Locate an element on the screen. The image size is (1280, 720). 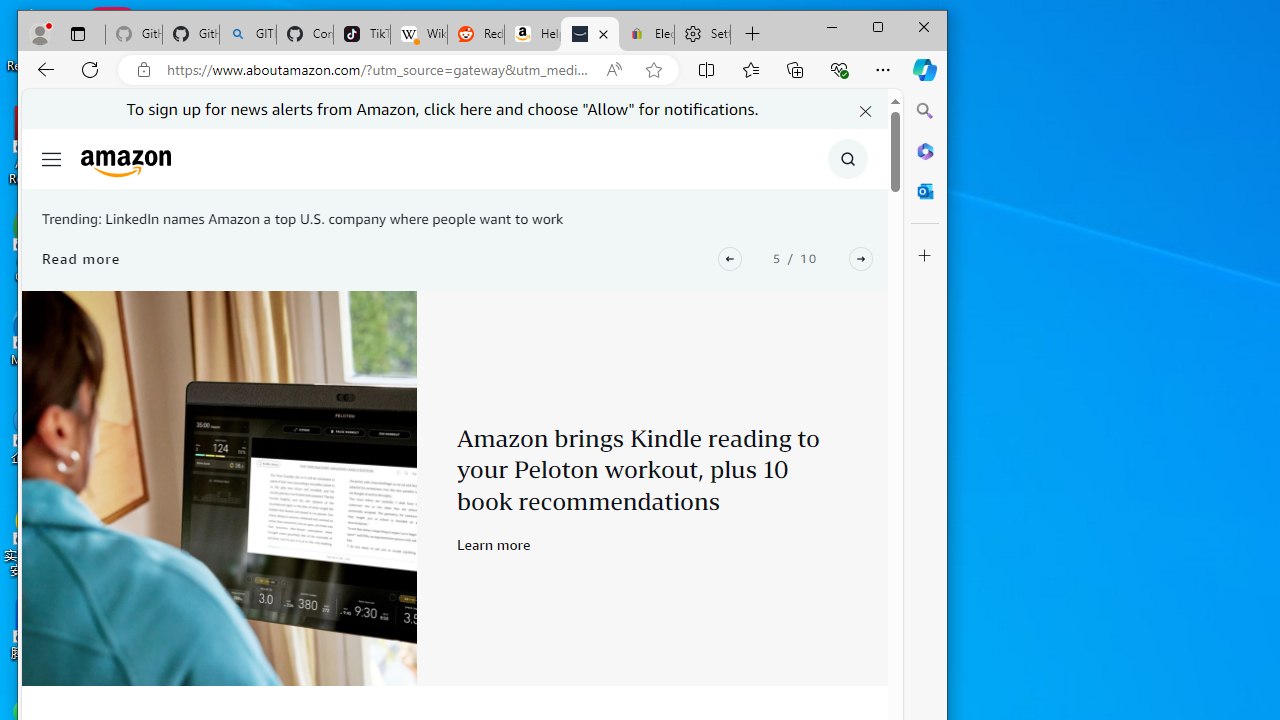
'Wikipedia, the free encyclopedia' is located at coordinates (417, 34).